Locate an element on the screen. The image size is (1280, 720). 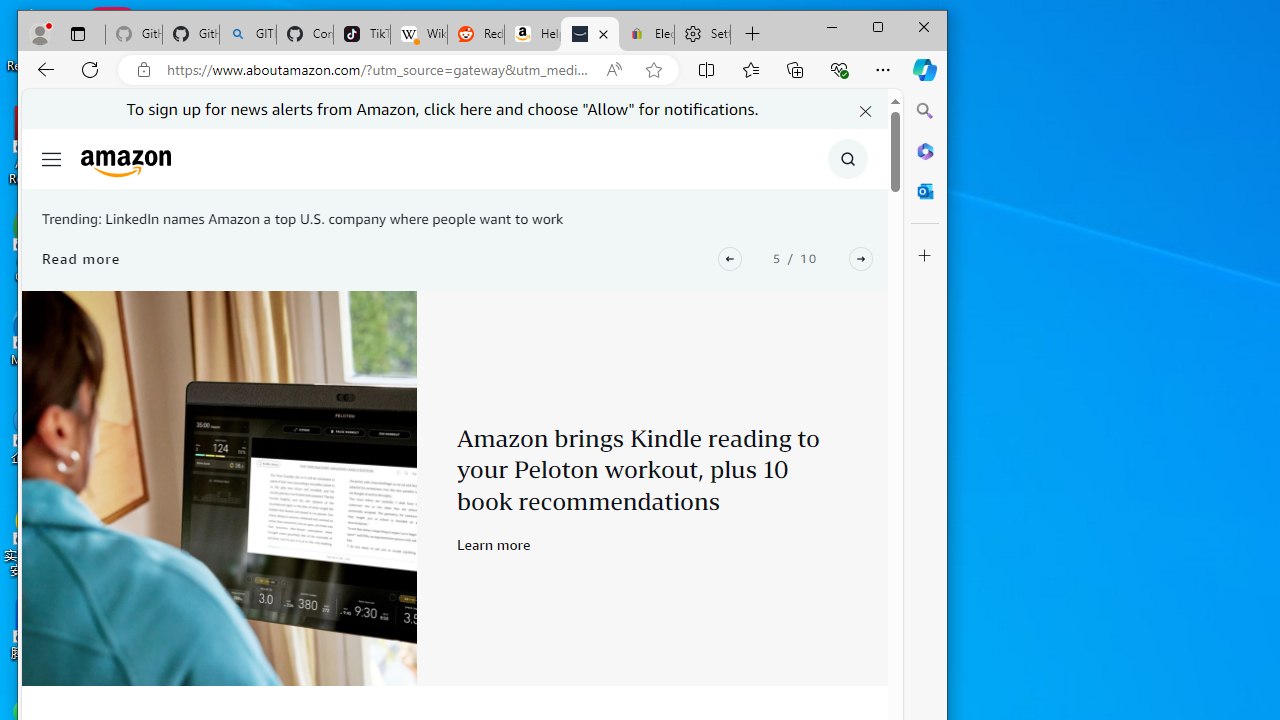
'Wikipedia, the free encyclopedia' is located at coordinates (417, 34).